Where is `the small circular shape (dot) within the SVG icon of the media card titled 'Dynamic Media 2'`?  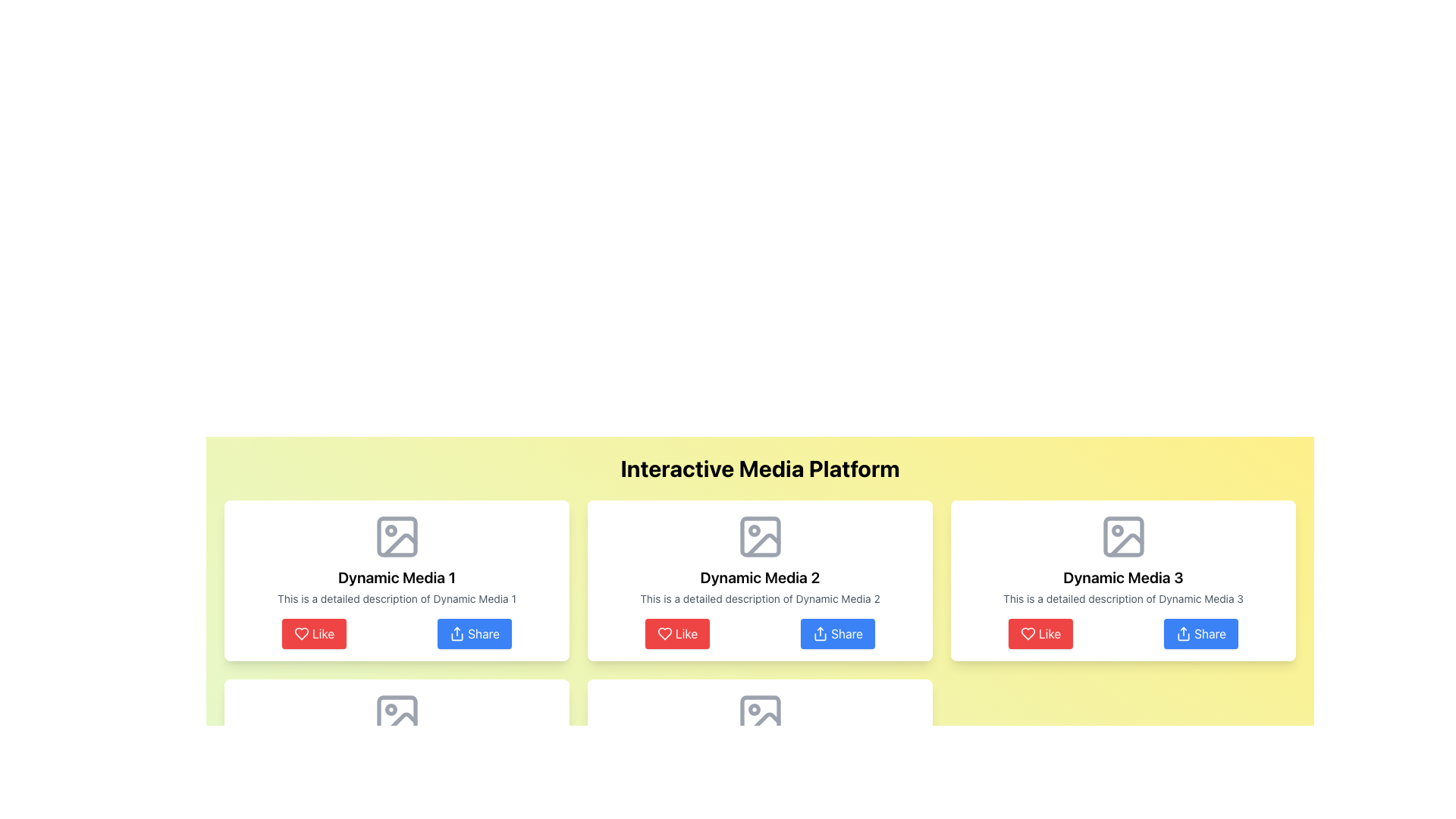
the small circular shape (dot) within the SVG icon of the media card titled 'Dynamic Media 2' is located at coordinates (754, 710).